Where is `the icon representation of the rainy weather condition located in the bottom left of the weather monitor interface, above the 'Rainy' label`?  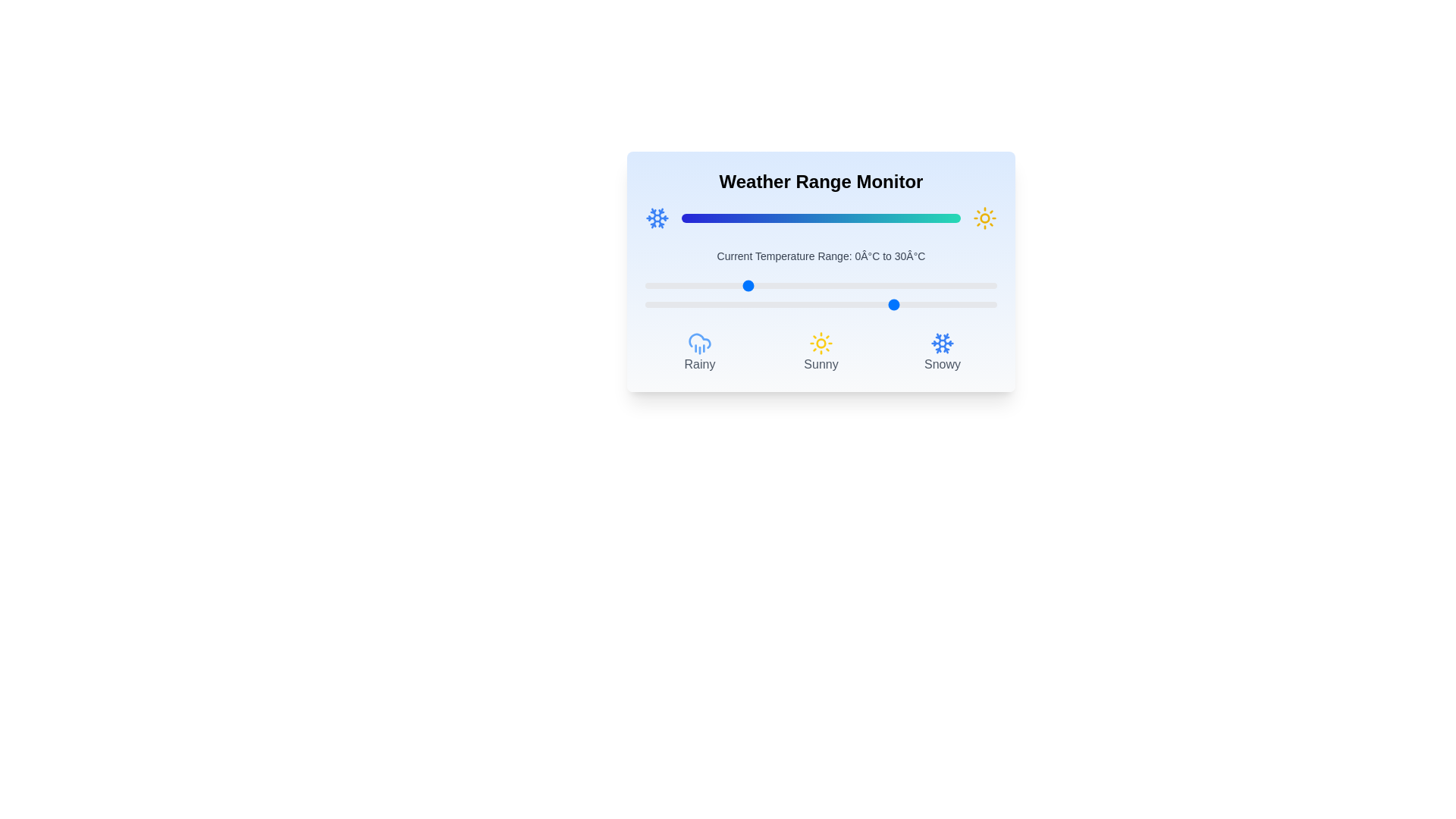
the icon representation of the rainy weather condition located in the bottom left of the weather monitor interface, above the 'Rainy' label is located at coordinates (698, 343).